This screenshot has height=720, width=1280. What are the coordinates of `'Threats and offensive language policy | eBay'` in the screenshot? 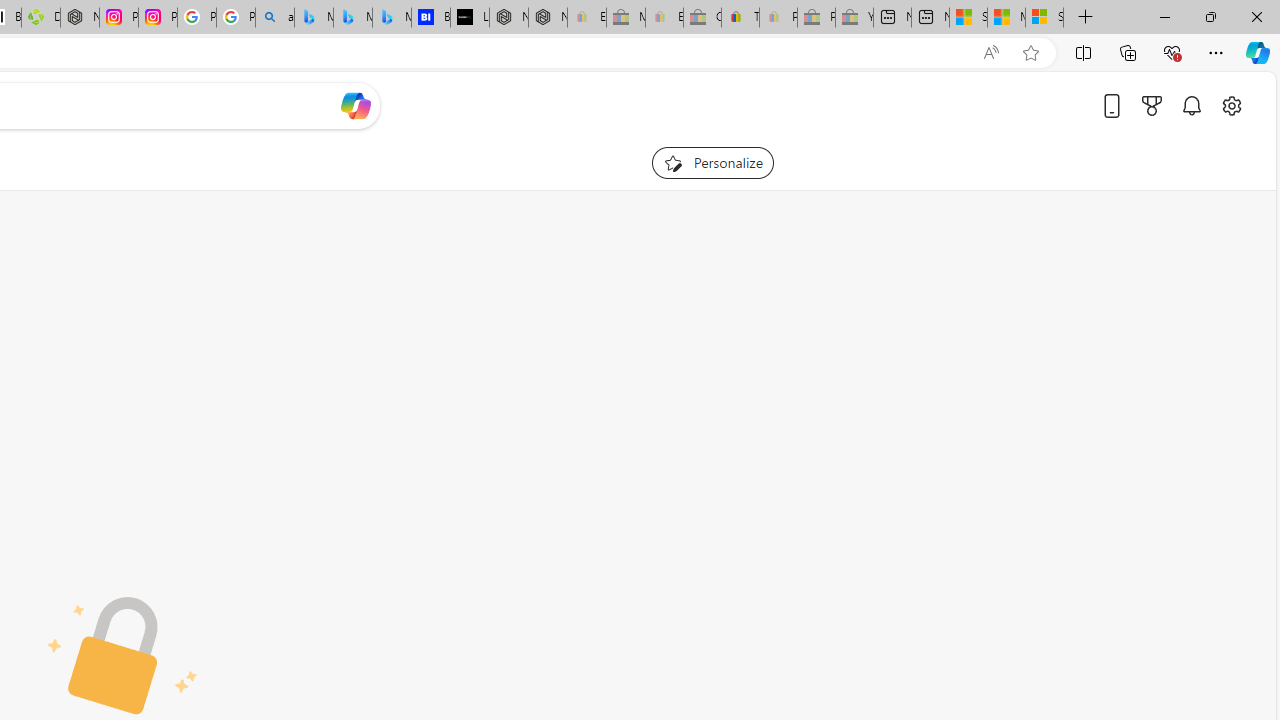 It's located at (739, 17).